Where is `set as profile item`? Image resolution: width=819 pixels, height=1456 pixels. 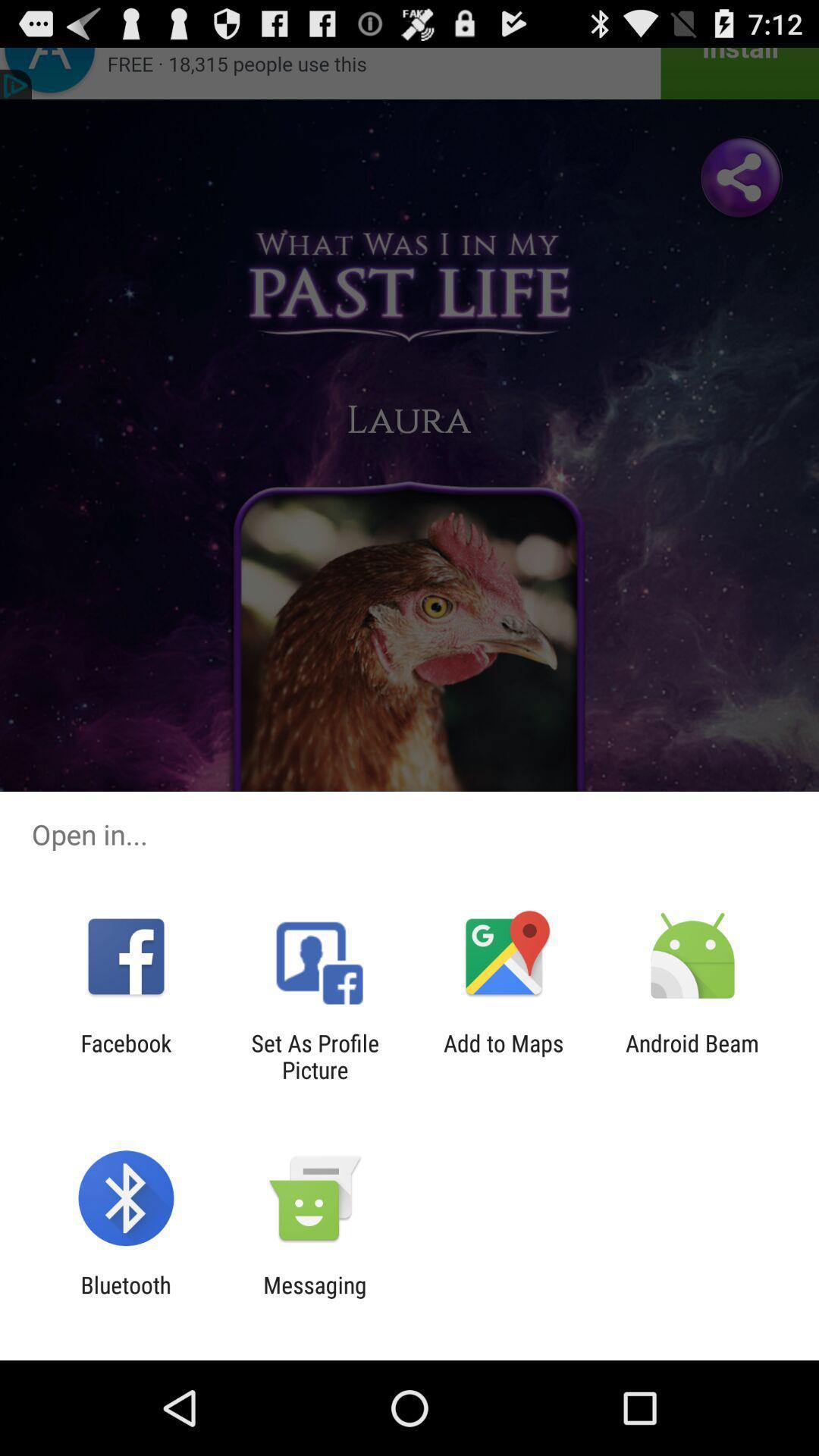
set as profile item is located at coordinates (314, 1056).